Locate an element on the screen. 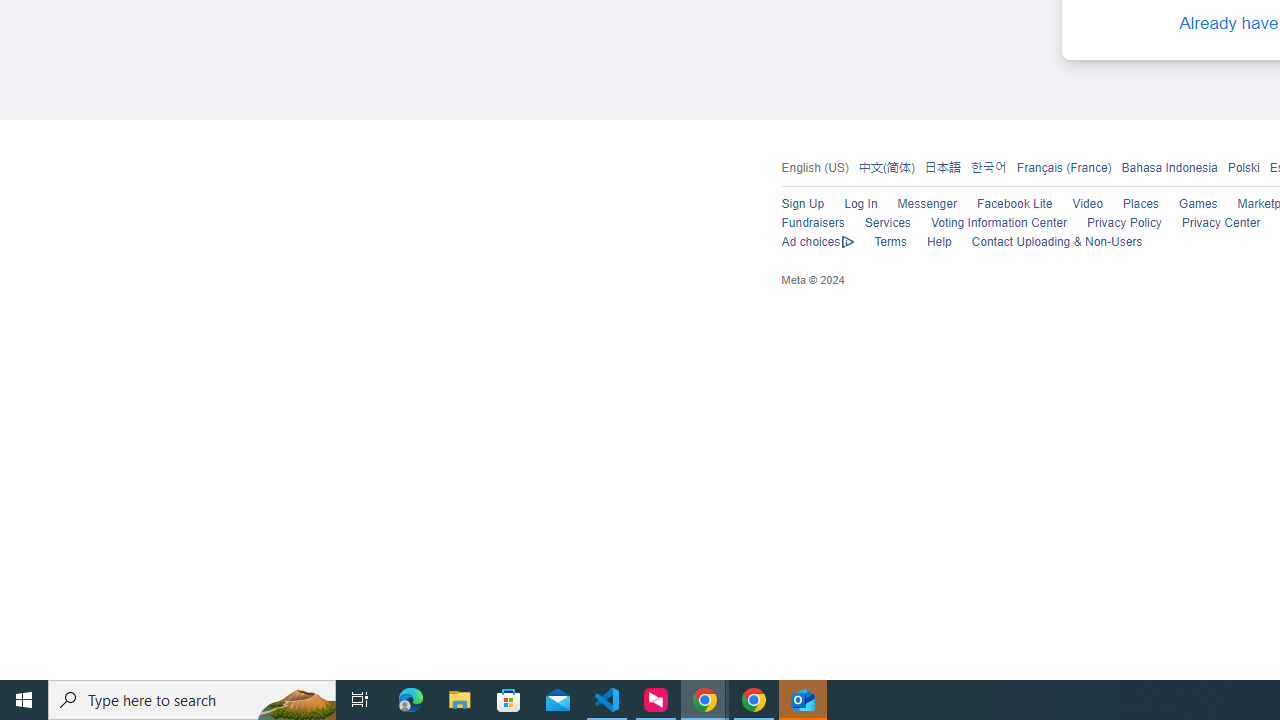 This screenshot has height=720, width=1280. 'Log In' is located at coordinates (860, 204).